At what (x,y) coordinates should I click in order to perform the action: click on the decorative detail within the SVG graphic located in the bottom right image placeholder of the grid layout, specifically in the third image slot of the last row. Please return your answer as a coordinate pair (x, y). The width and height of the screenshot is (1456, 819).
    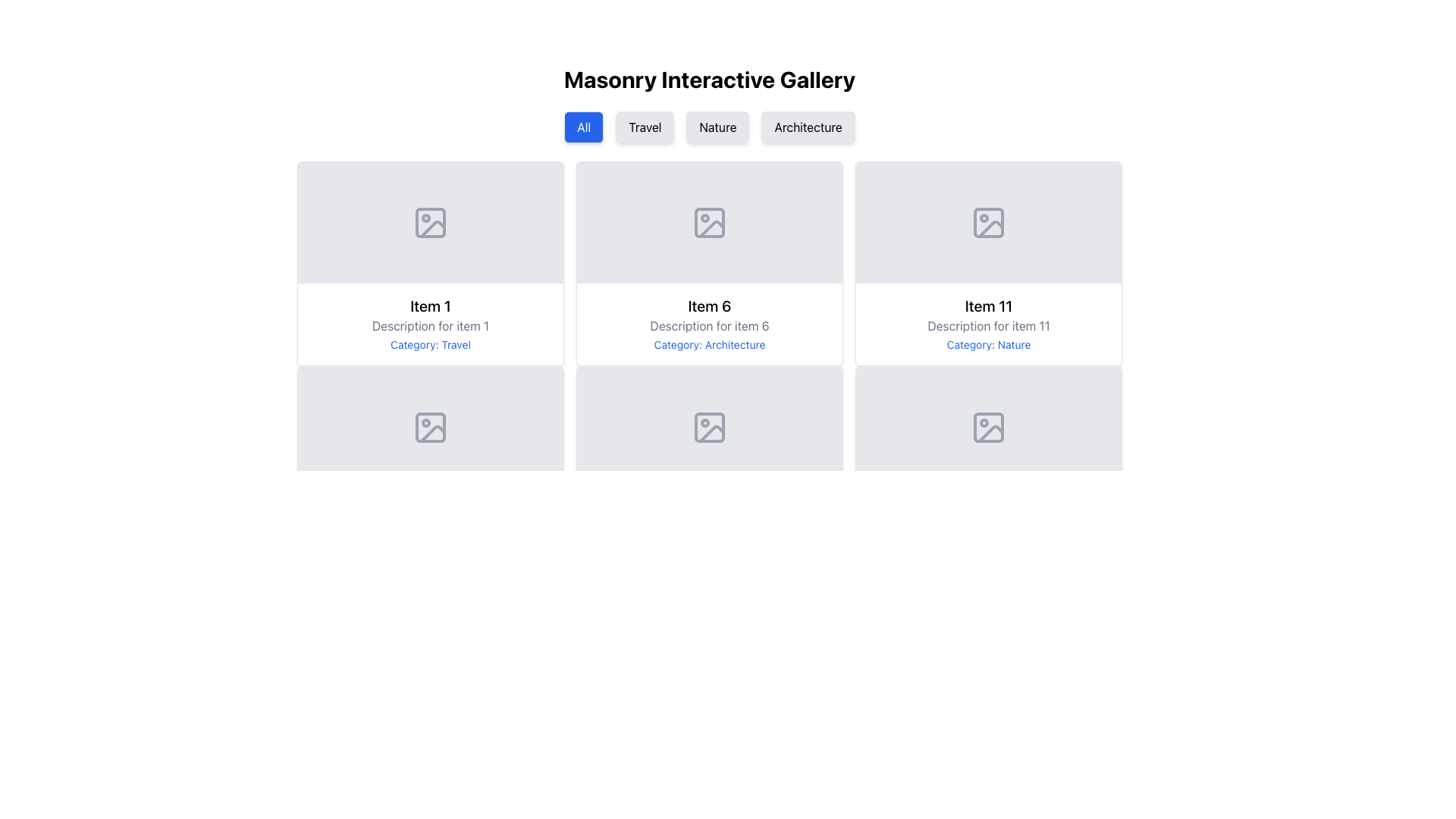
    Looking at the image, I should click on (990, 433).